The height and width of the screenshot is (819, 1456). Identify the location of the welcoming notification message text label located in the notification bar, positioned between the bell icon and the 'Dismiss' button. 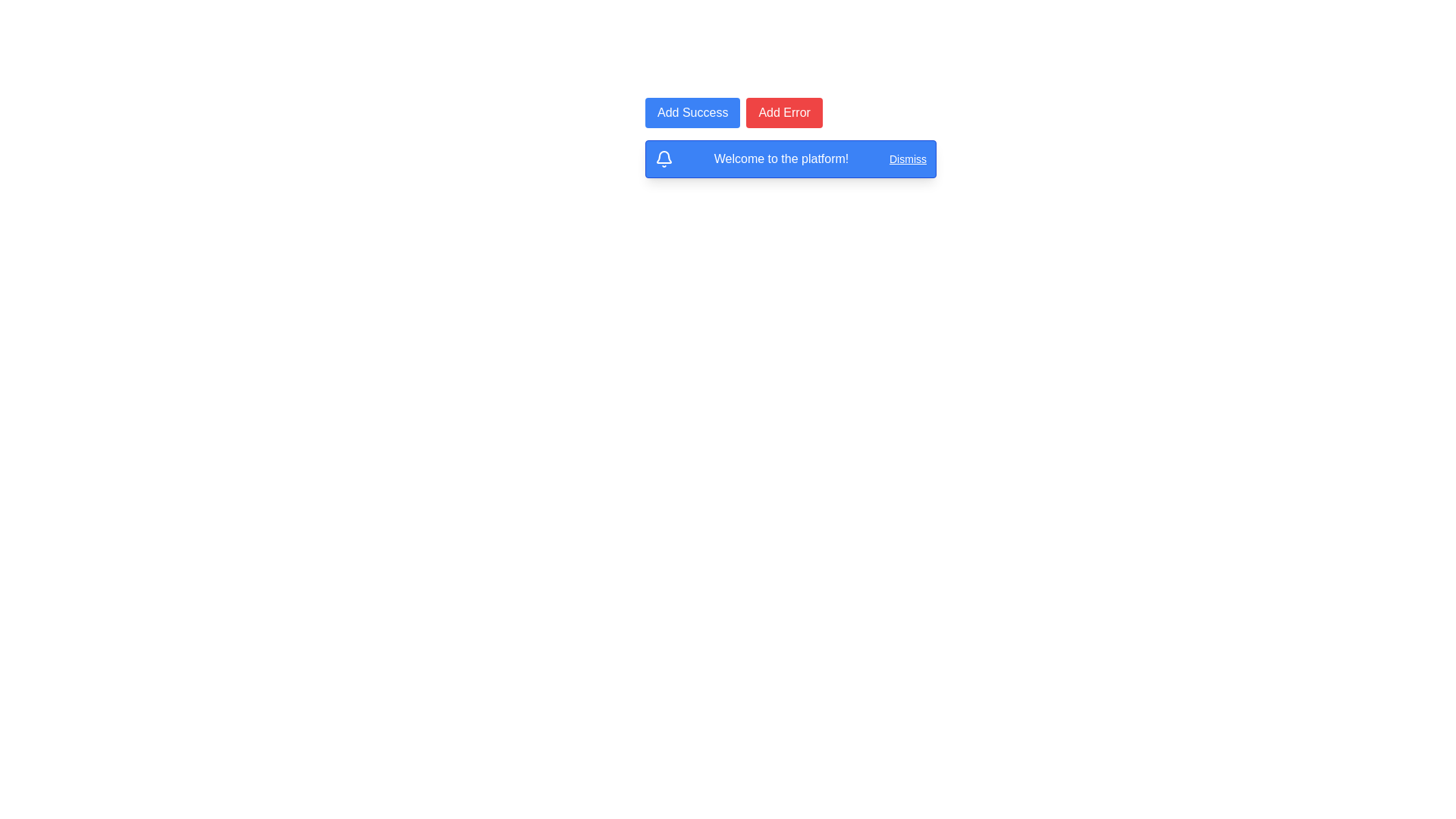
(781, 158).